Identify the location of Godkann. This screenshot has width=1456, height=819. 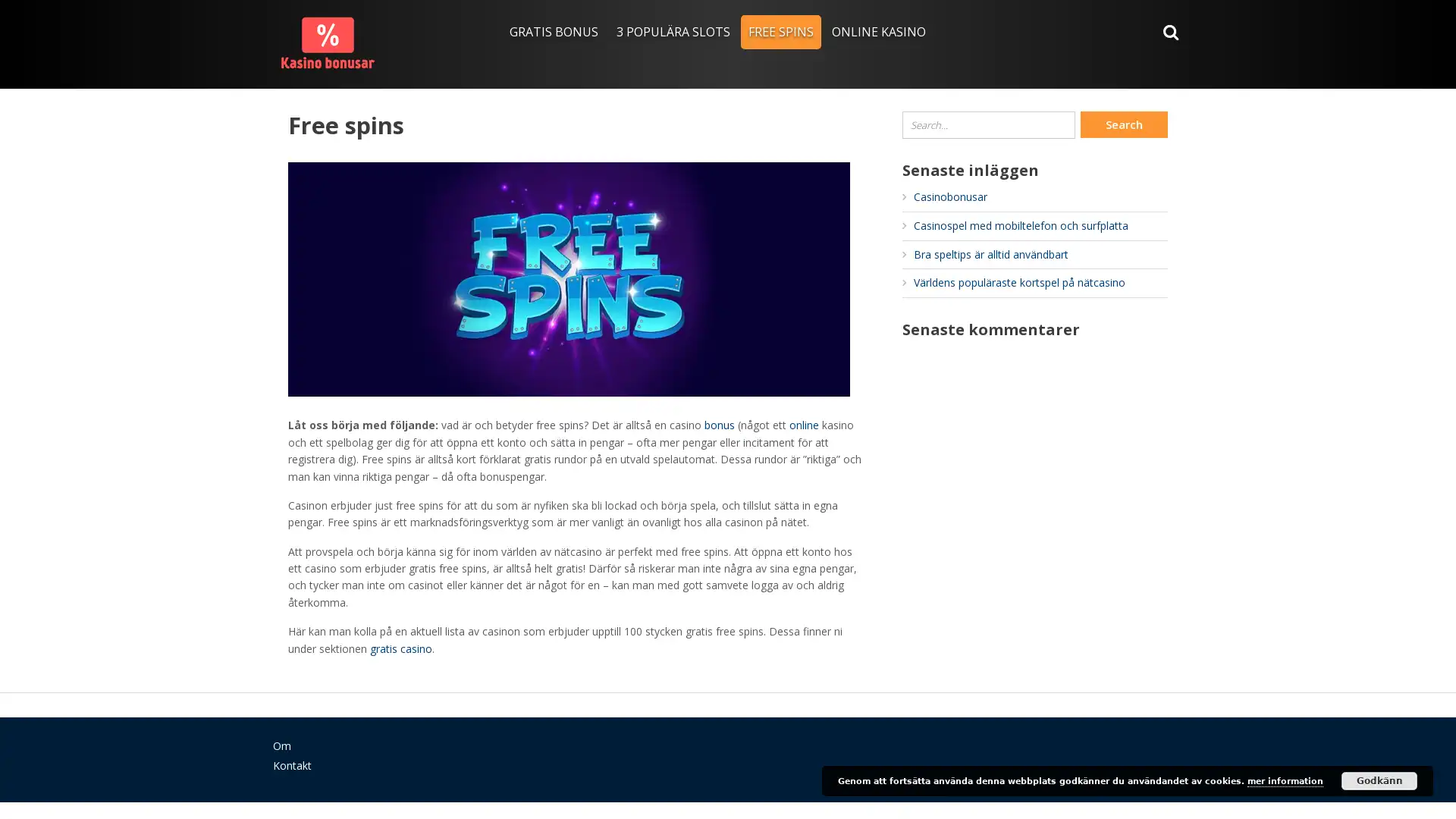
(1379, 780).